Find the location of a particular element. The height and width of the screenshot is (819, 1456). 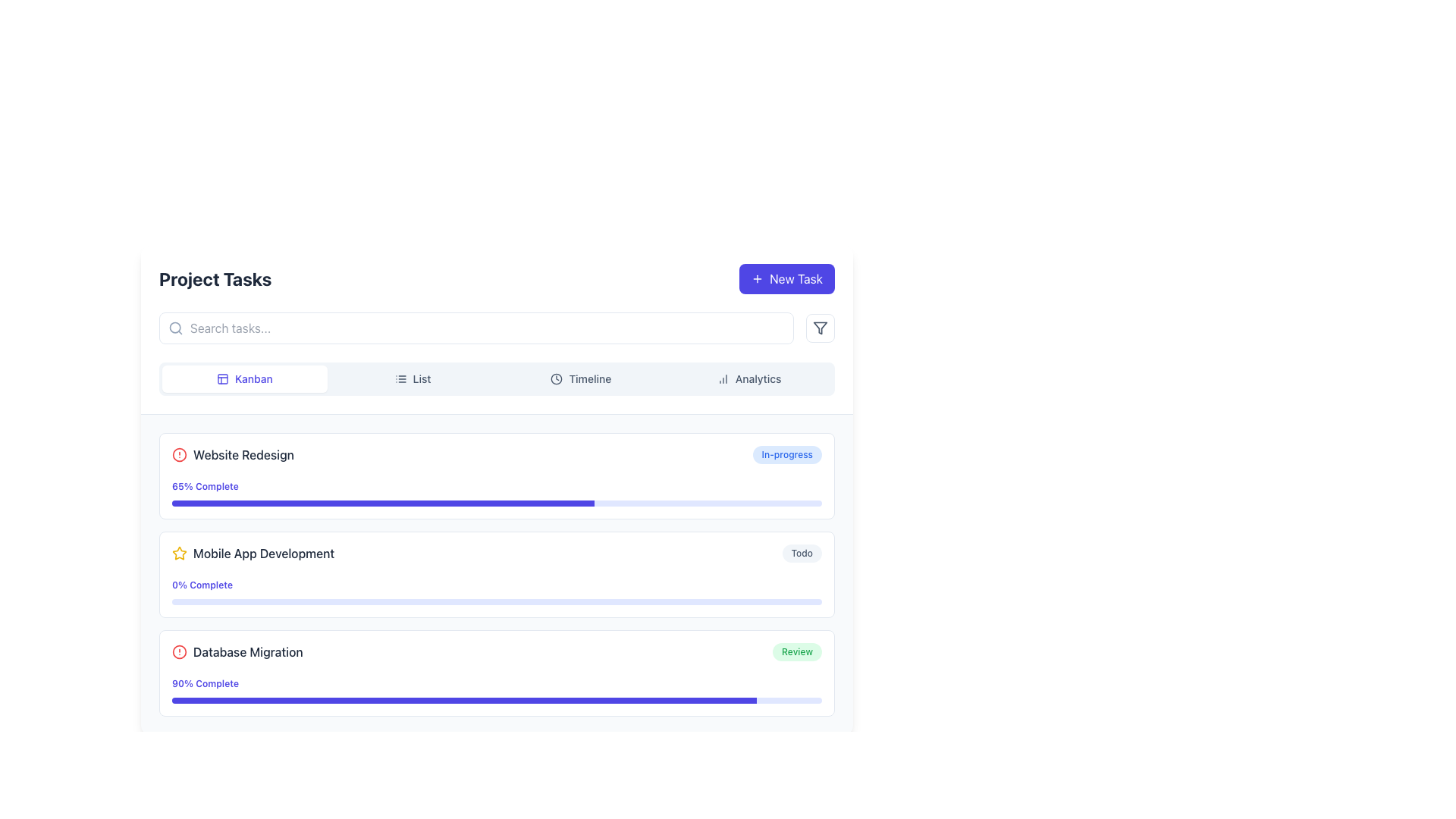

the third segmented button in the navigation bar labeled 'Timeline' which is located near the top center of the interface is located at coordinates (497, 378).